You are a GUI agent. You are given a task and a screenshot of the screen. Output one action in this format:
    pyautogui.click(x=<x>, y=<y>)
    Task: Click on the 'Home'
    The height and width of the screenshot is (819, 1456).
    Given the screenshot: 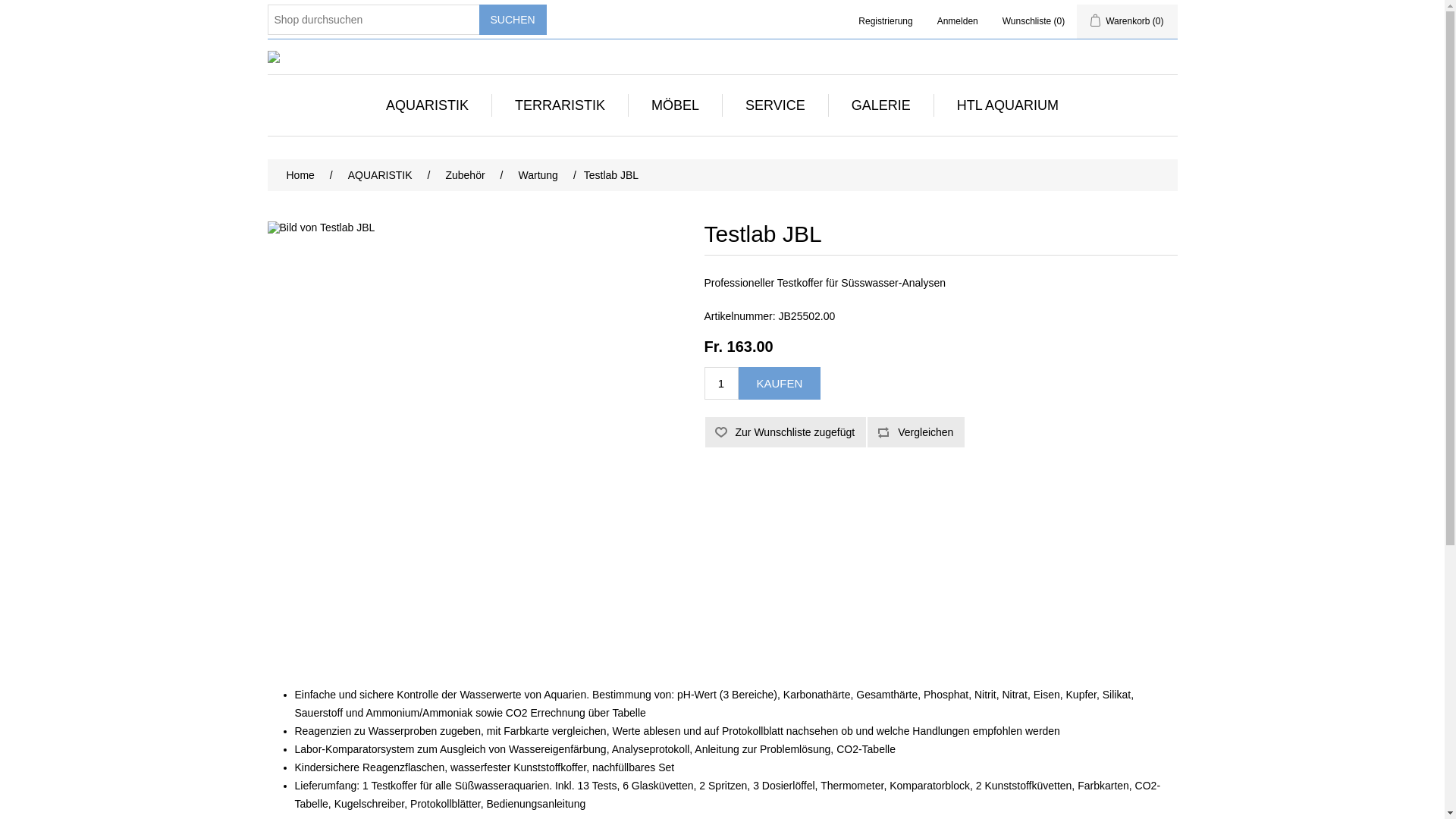 What is the action you would take?
    pyautogui.click(x=282, y=174)
    